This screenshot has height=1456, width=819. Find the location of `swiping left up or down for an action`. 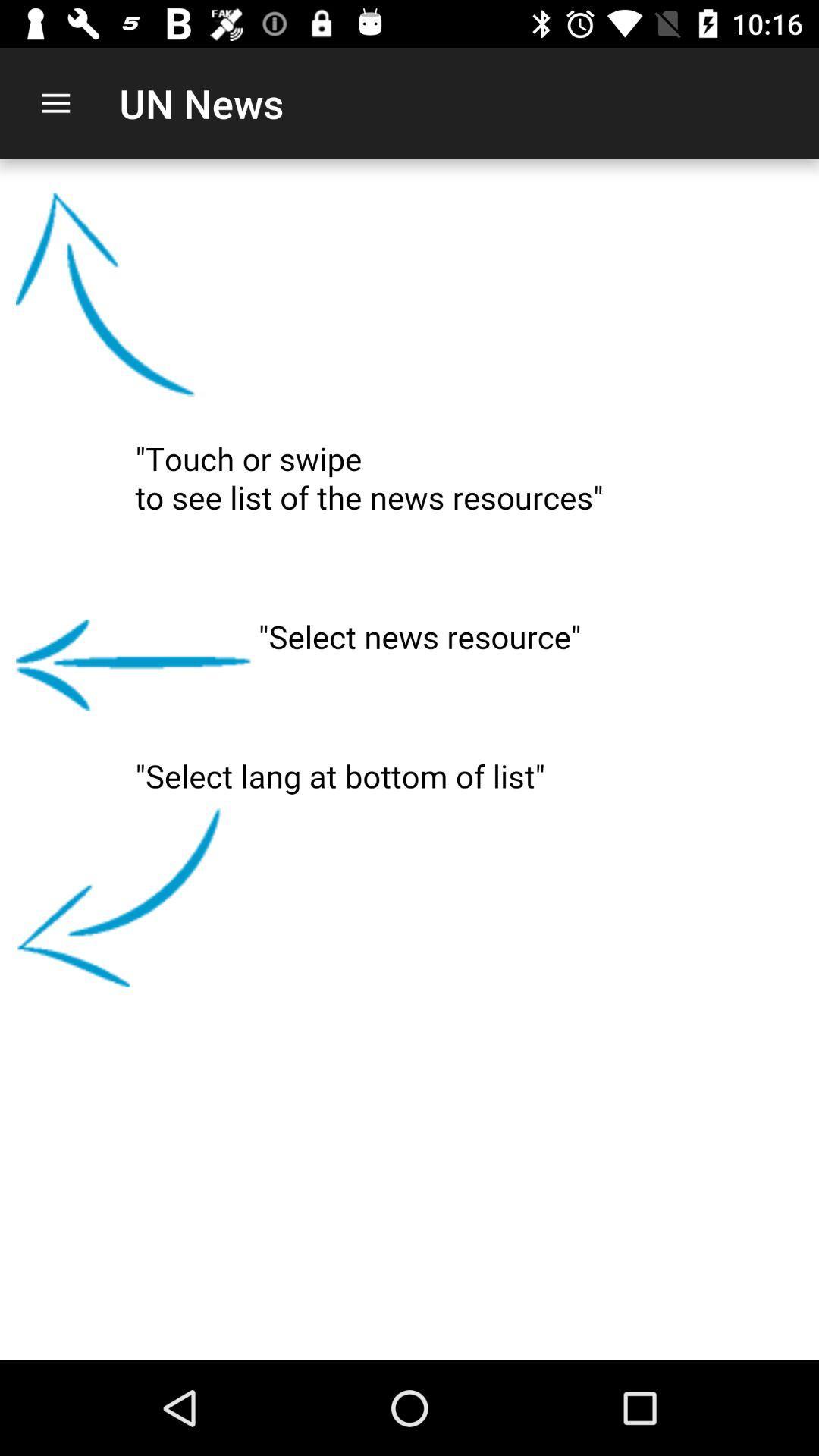

swiping left up or down for an action is located at coordinates (409, 760).